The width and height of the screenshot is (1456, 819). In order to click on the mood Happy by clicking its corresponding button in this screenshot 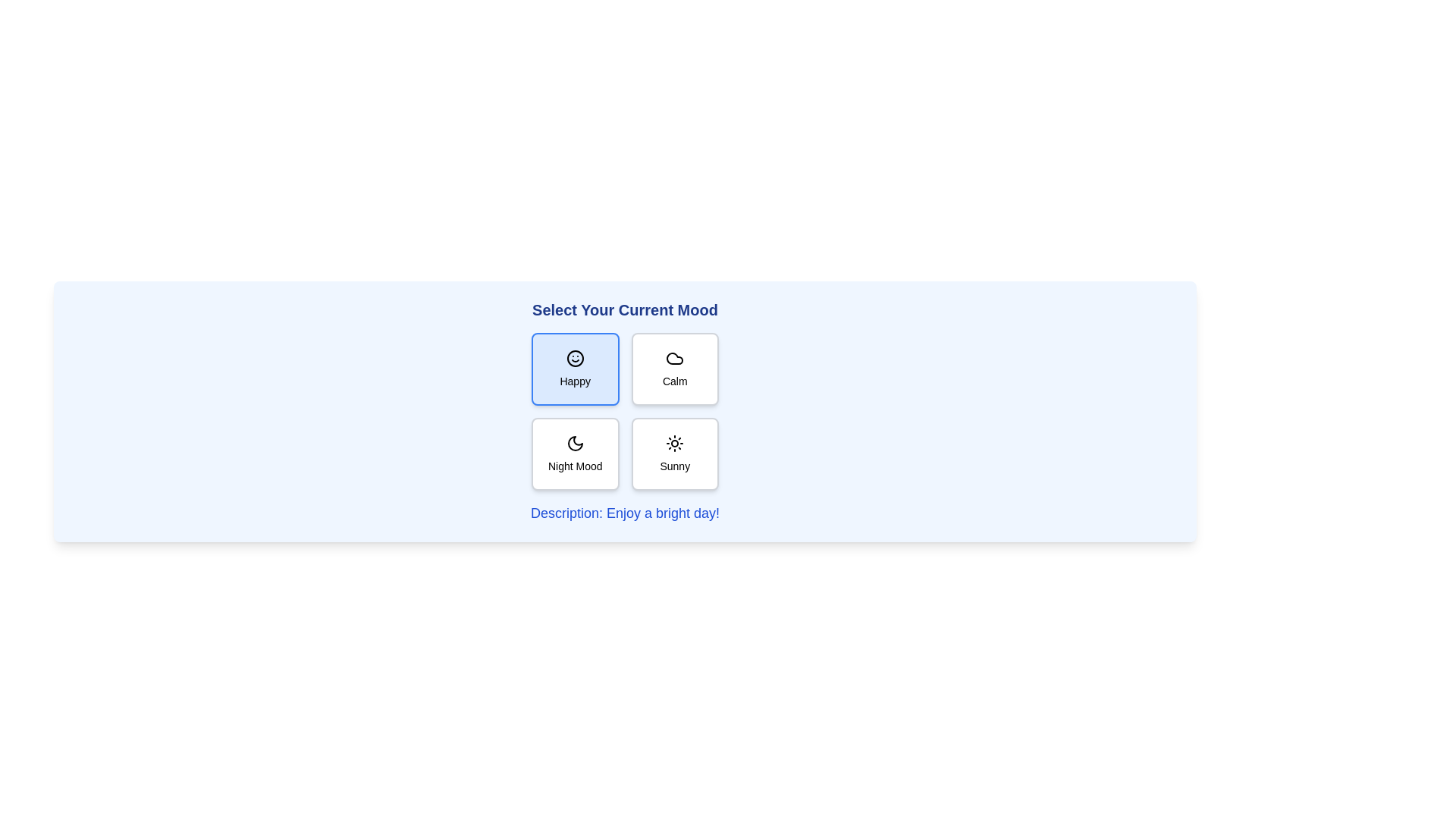, I will do `click(574, 369)`.